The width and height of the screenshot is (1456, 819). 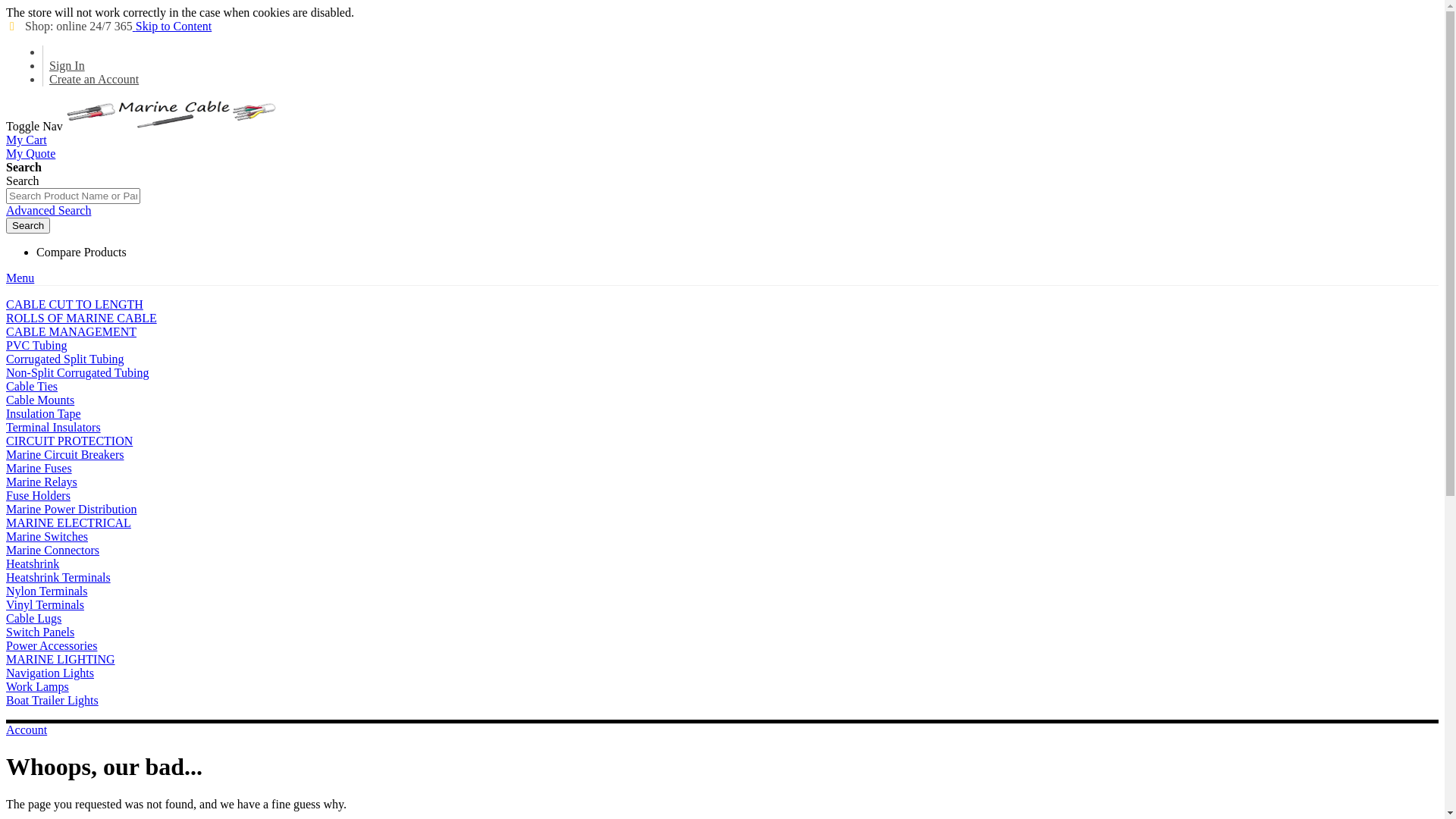 What do you see at coordinates (6, 427) in the screenshot?
I see `'Terminal Insulators'` at bounding box center [6, 427].